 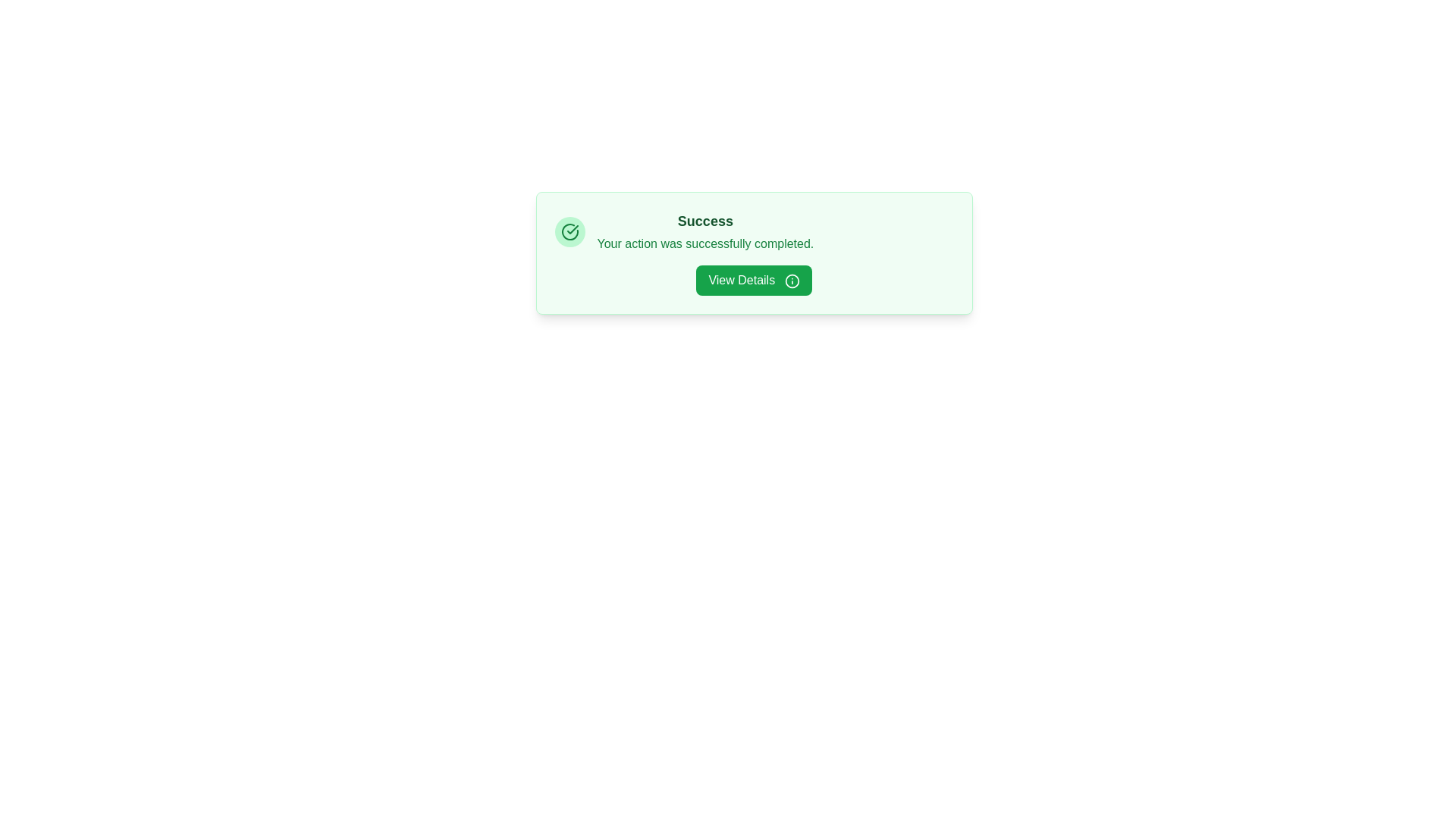 What do you see at coordinates (754, 281) in the screenshot?
I see `the 'View Details' button` at bounding box center [754, 281].